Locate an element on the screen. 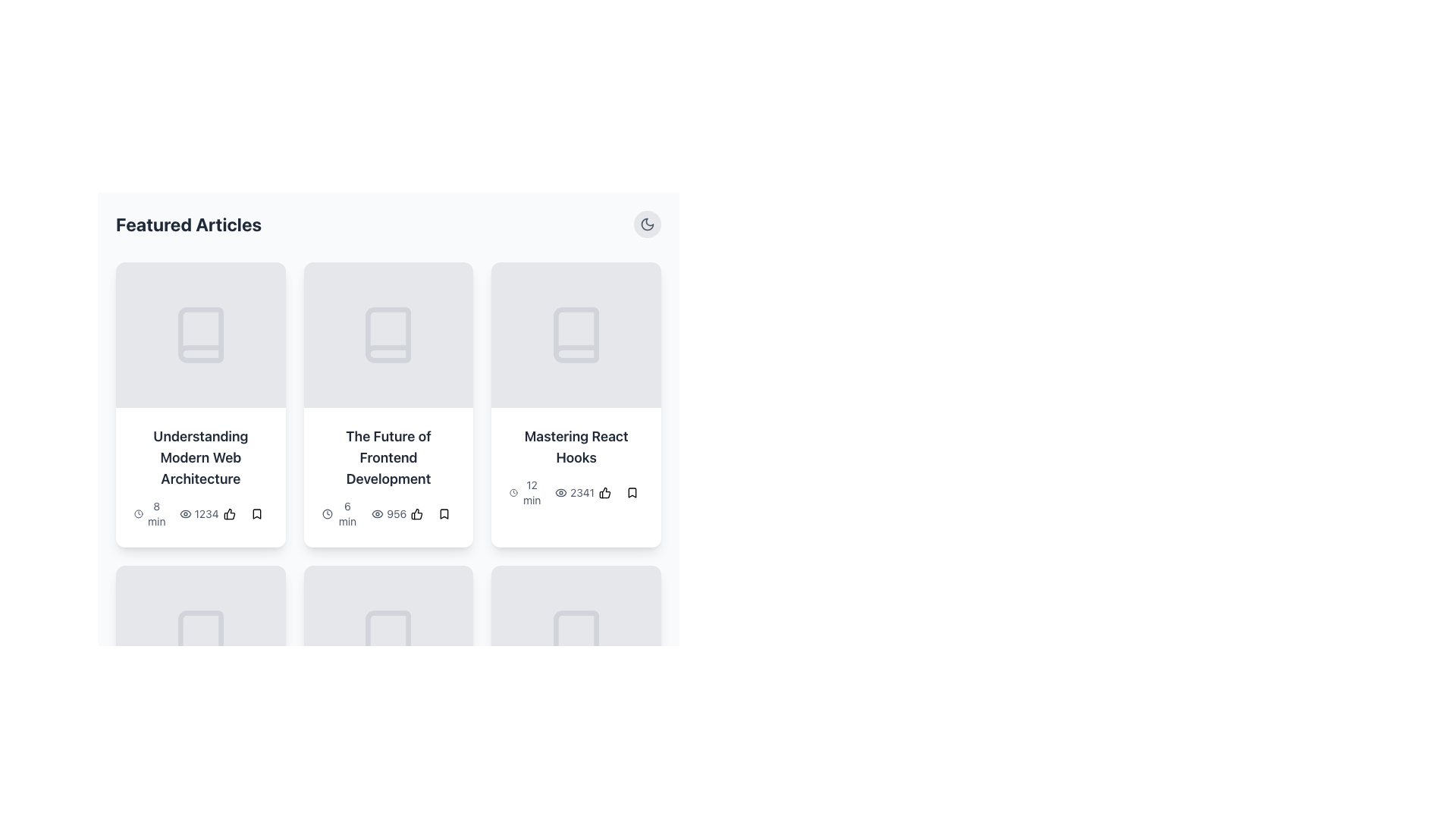 This screenshot has height=819, width=1456. the bookmarking icon in the bottom-right corner of the 'Mastering React Hooks' card is located at coordinates (632, 493).